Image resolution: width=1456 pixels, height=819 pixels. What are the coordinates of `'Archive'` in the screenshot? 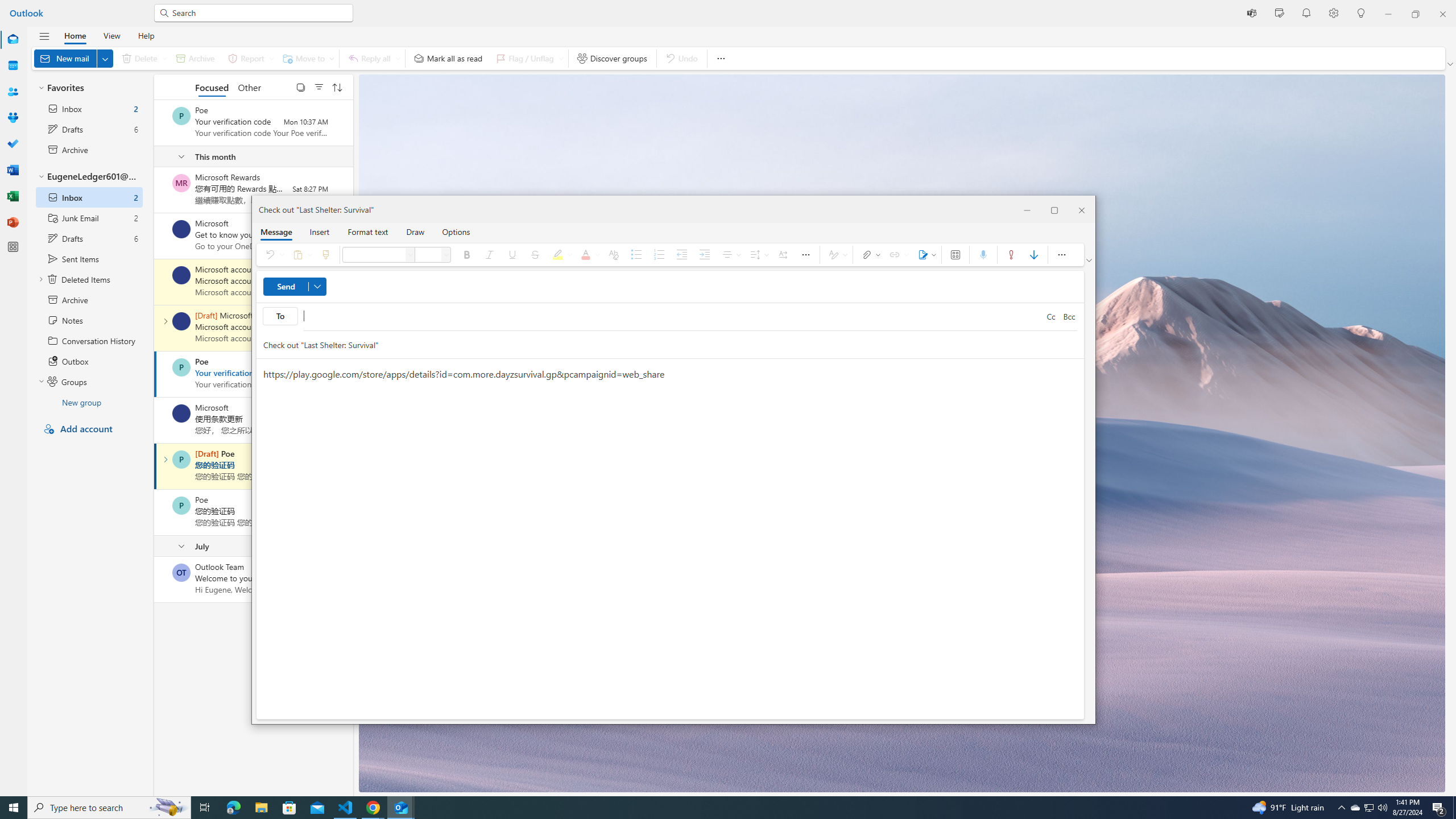 It's located at (195, 58).